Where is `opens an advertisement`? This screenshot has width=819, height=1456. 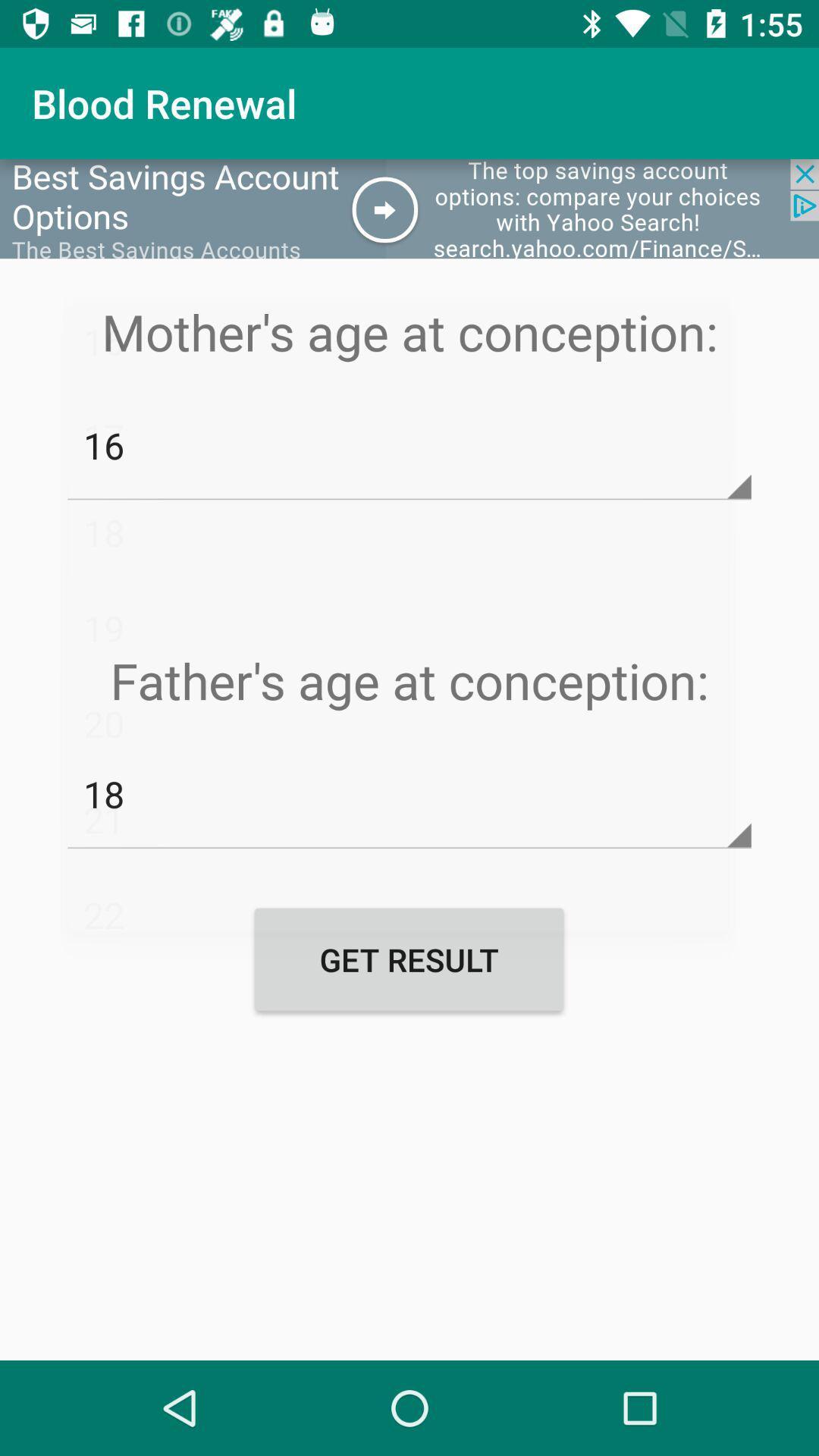 opens an advertisement is located at coordinates (409, 208).